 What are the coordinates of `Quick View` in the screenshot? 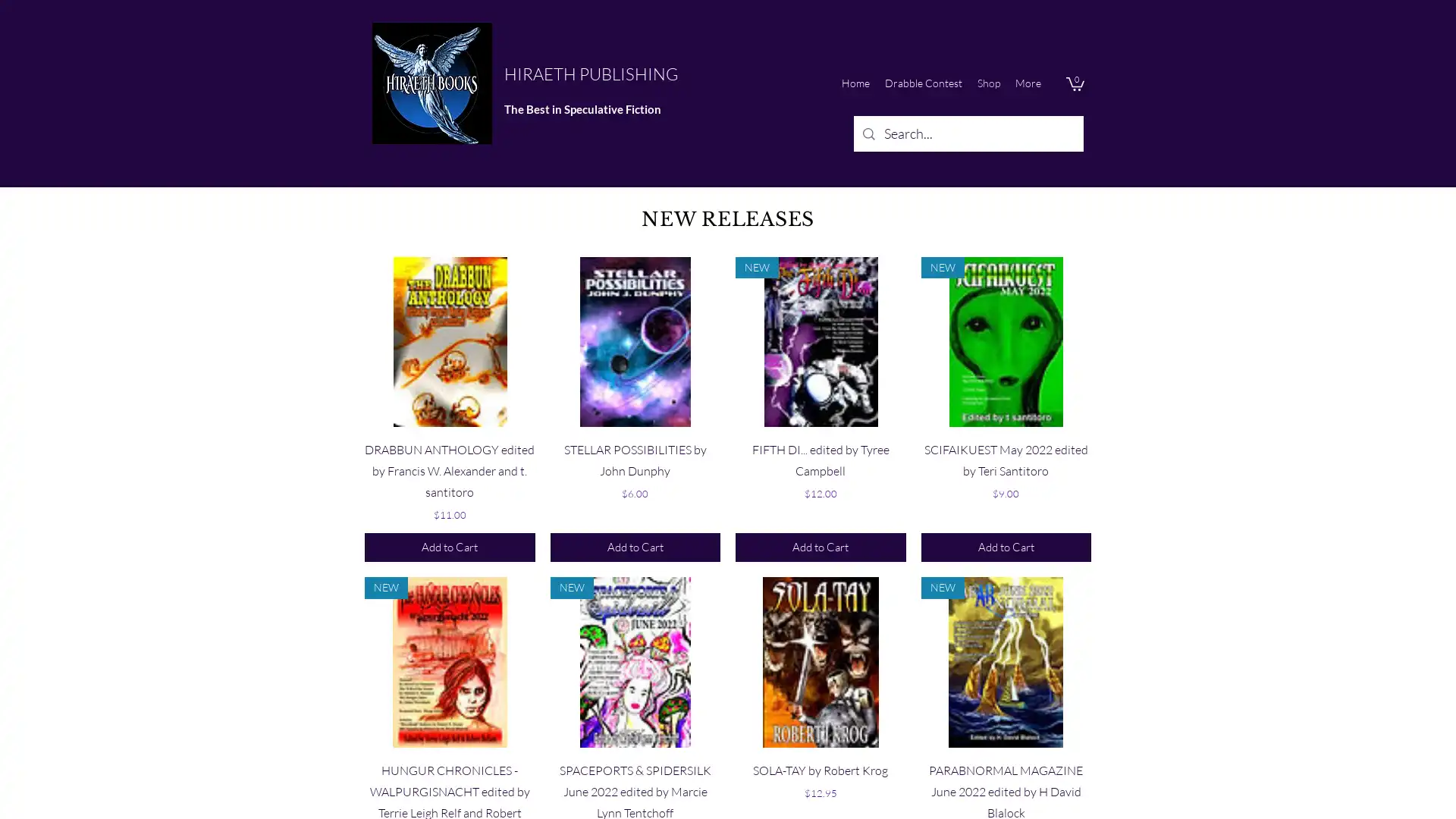 It's located at (819, 444).